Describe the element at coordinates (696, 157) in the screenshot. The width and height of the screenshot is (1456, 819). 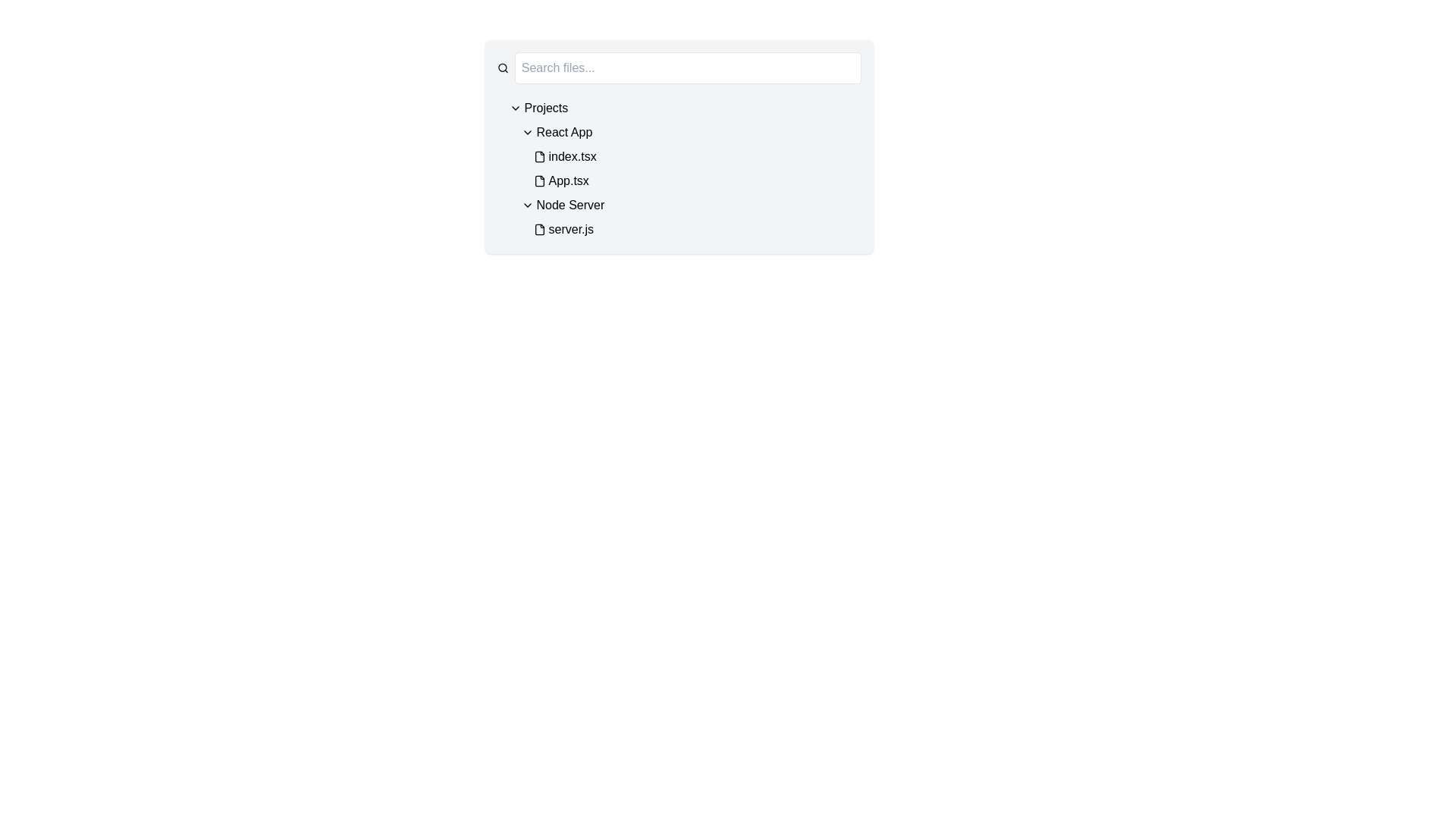
I see `the 'index.tsx' file entry` at that location.